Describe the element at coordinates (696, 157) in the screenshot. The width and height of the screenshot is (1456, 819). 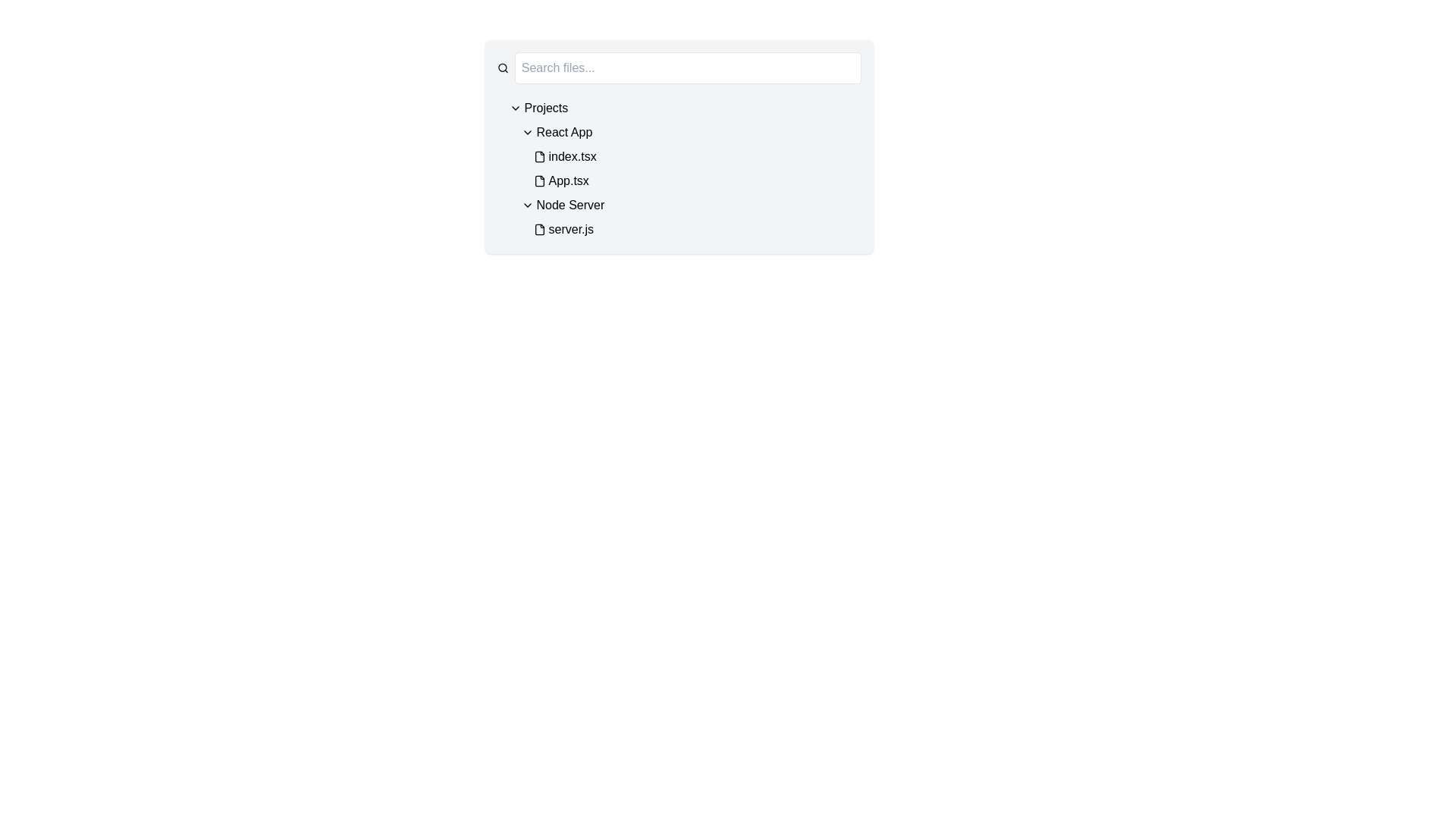
I see `the 'index.tsx' file entry` at that location.